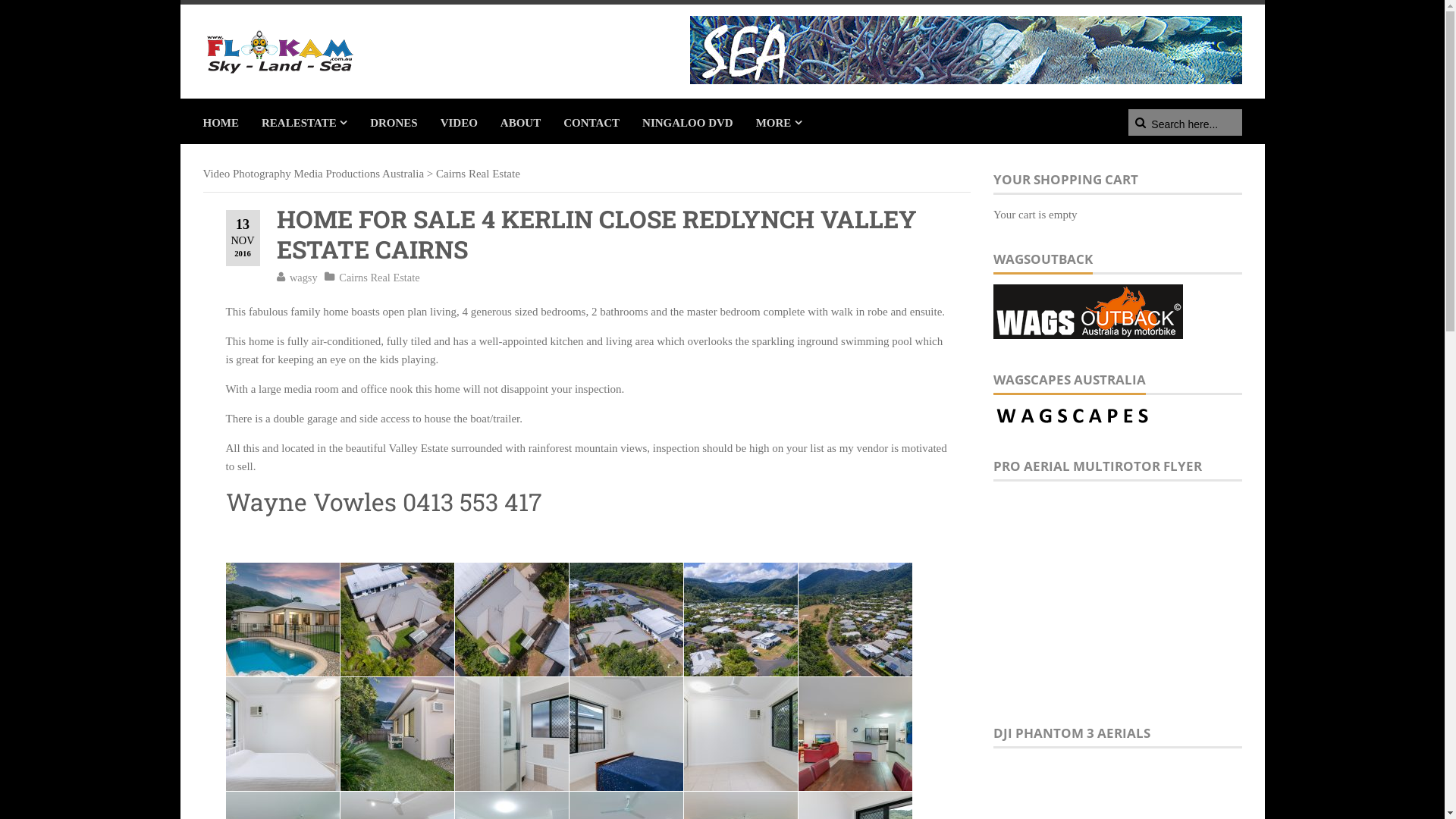 The height and width of the screenshot is (819, 1456). Describe the element at coordinates (551, 120) in the screenshot. I see `'CONTACT'` at that location.